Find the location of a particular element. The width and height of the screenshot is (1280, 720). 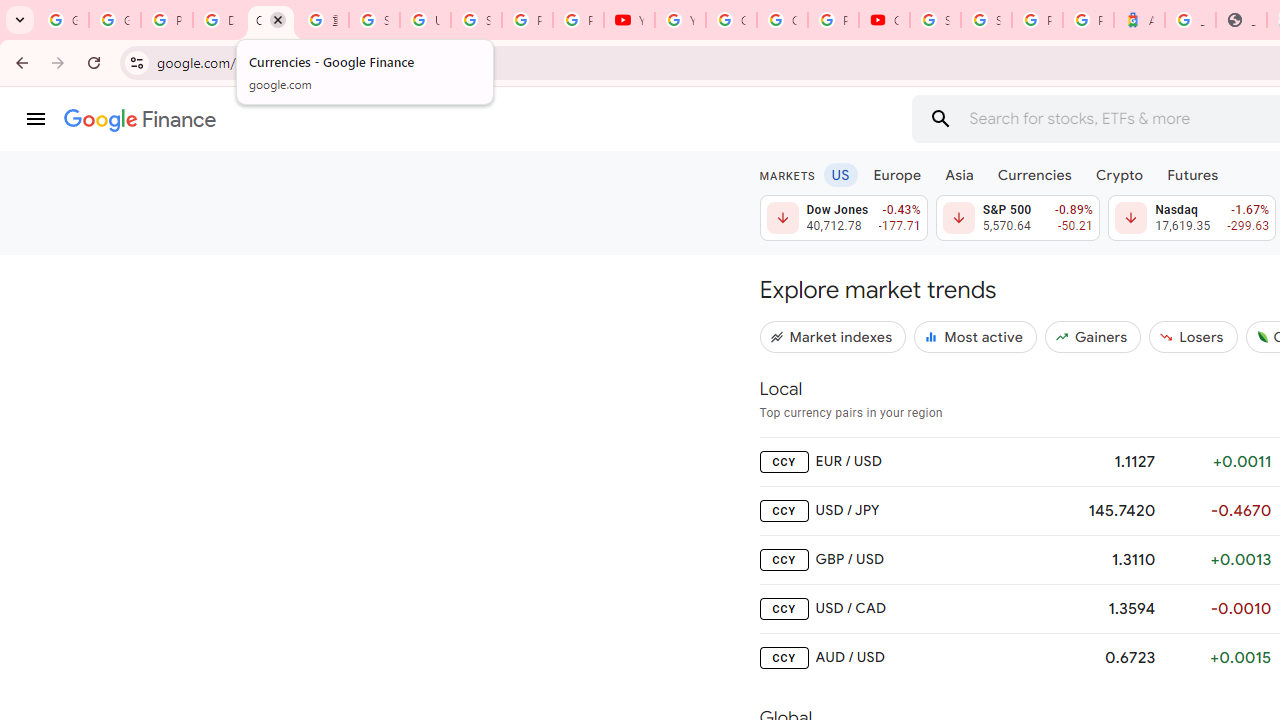

'Crypto' is located at coordinates (1118, 173).